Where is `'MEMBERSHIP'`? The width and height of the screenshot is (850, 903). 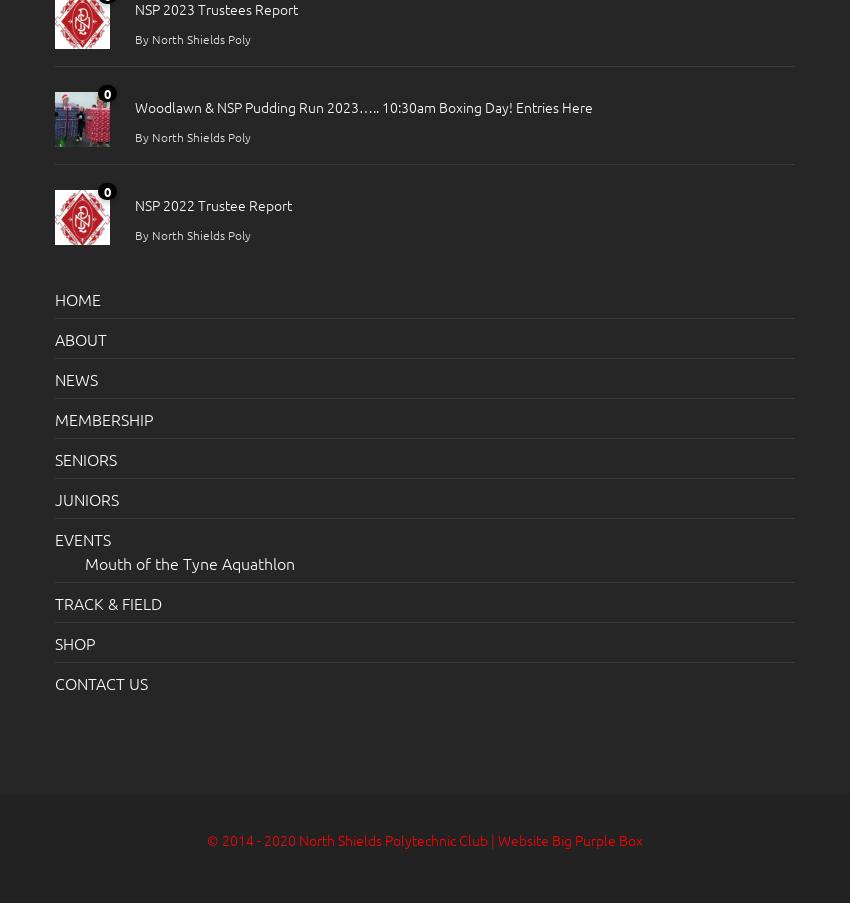 'MEMBERSHIP' is located at coordinates (103, 416).